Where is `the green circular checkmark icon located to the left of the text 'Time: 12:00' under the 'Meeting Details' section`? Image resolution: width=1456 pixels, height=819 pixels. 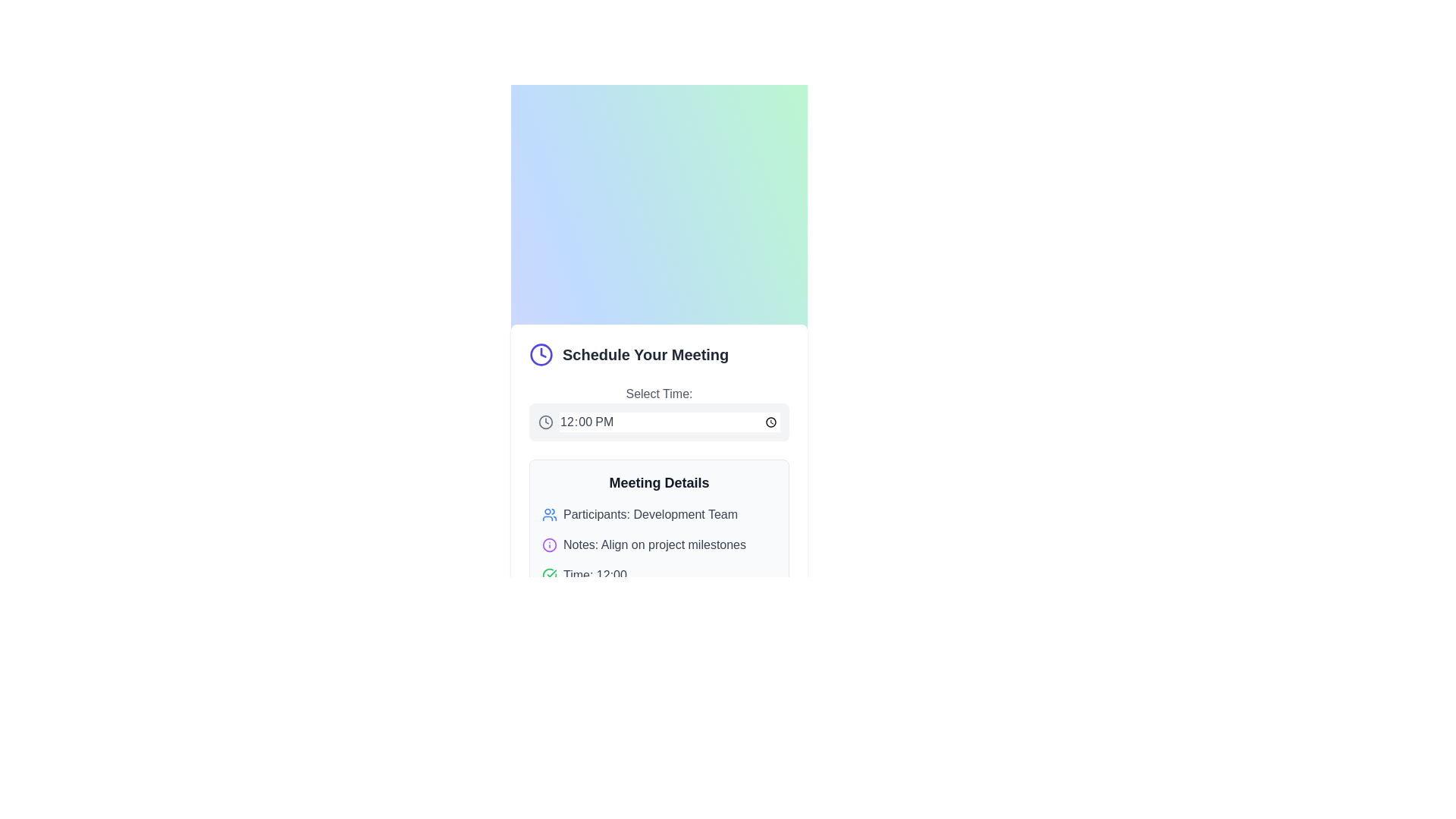
the green circular checkmark icon located to the left of the text 'Time: 12:00' under the 'Meeting Details' section is located at coordinates (548, 576).